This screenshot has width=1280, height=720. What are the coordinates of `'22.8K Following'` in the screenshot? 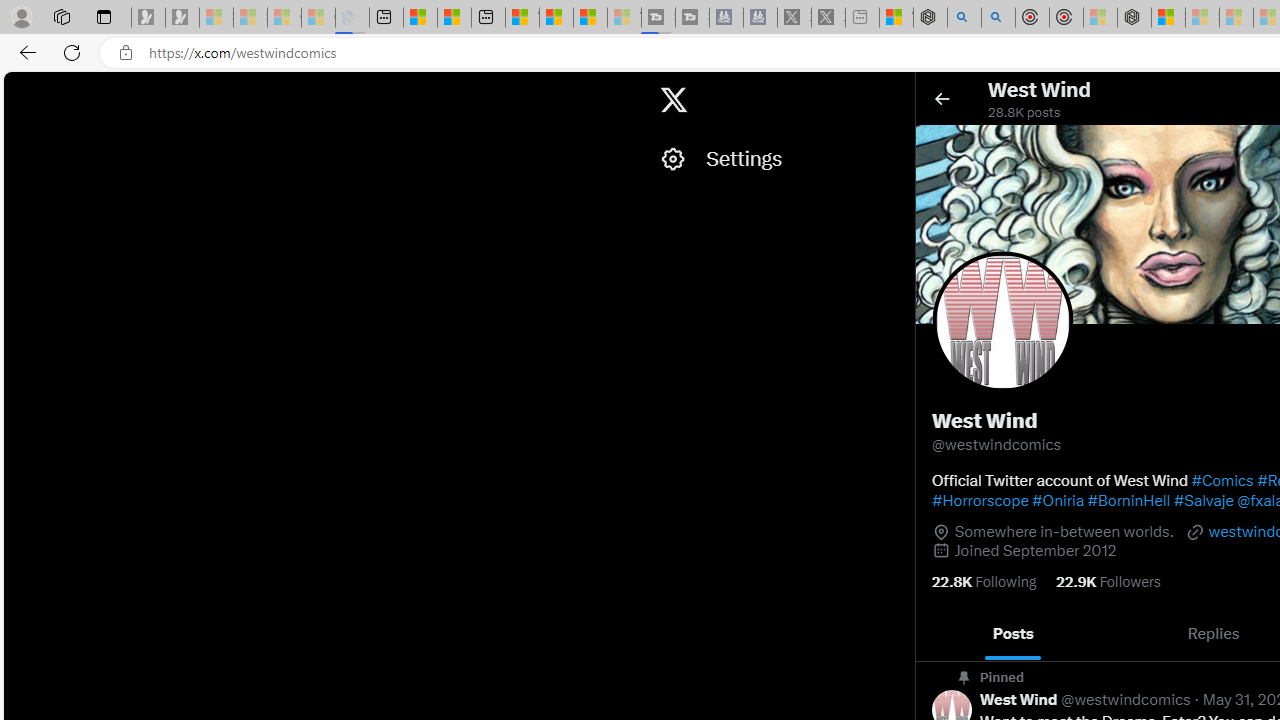 It's located at (984, 582).